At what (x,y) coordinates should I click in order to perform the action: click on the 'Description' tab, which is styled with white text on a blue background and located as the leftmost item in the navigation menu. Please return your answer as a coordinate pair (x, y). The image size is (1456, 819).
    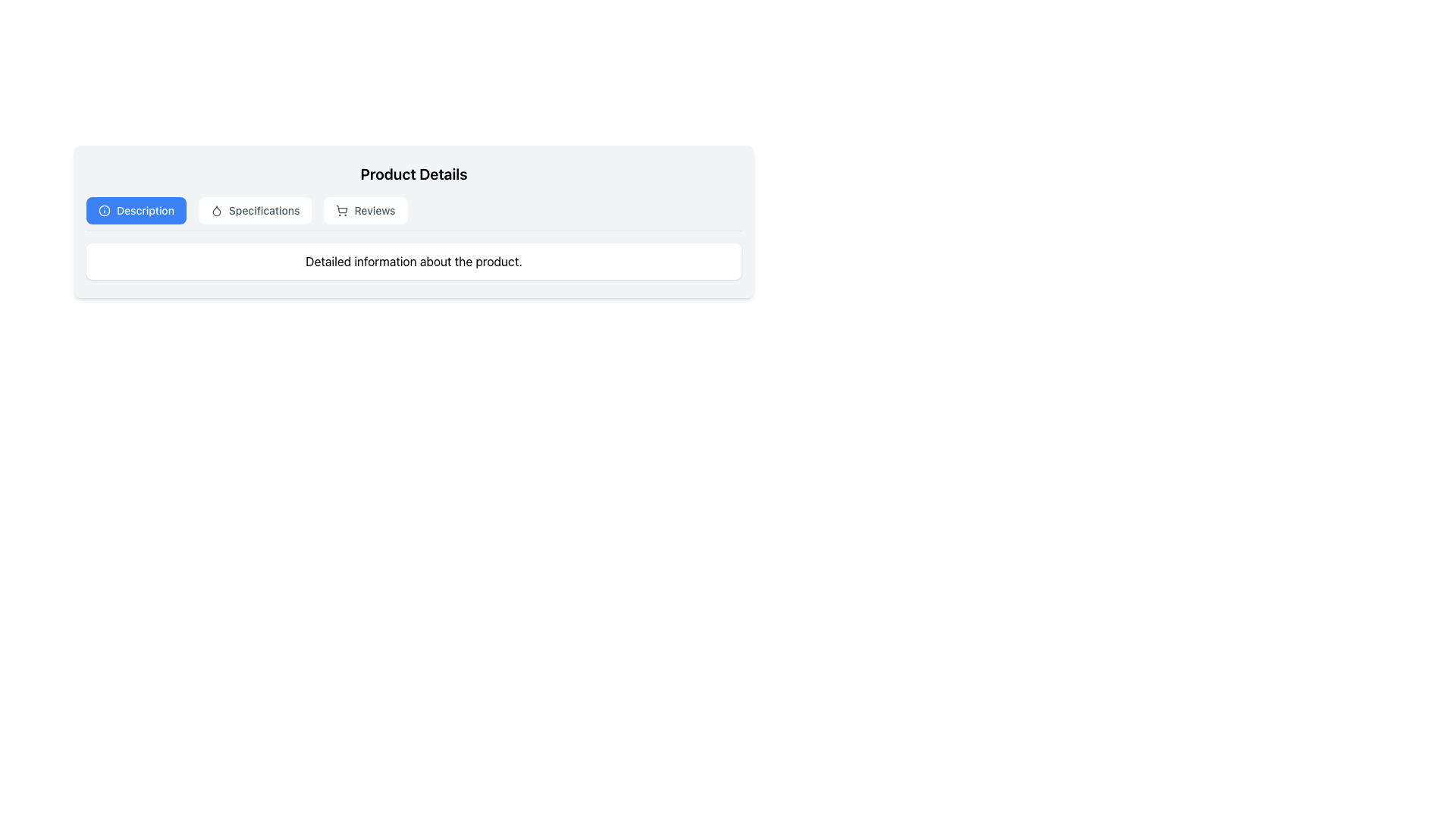
    Looking at the image, I should click on (146, 210).